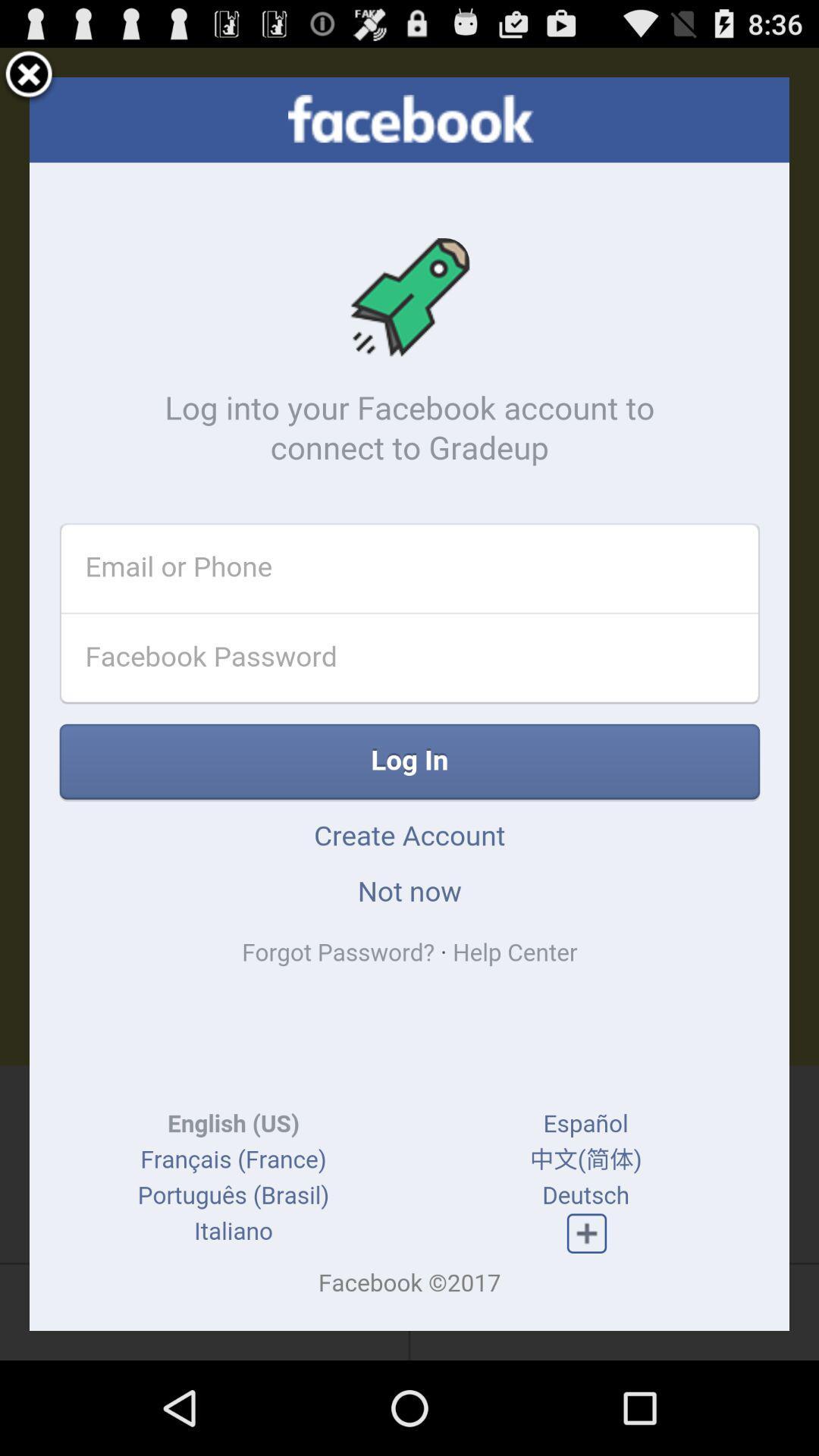  I want to click on close, so click(29, 76).